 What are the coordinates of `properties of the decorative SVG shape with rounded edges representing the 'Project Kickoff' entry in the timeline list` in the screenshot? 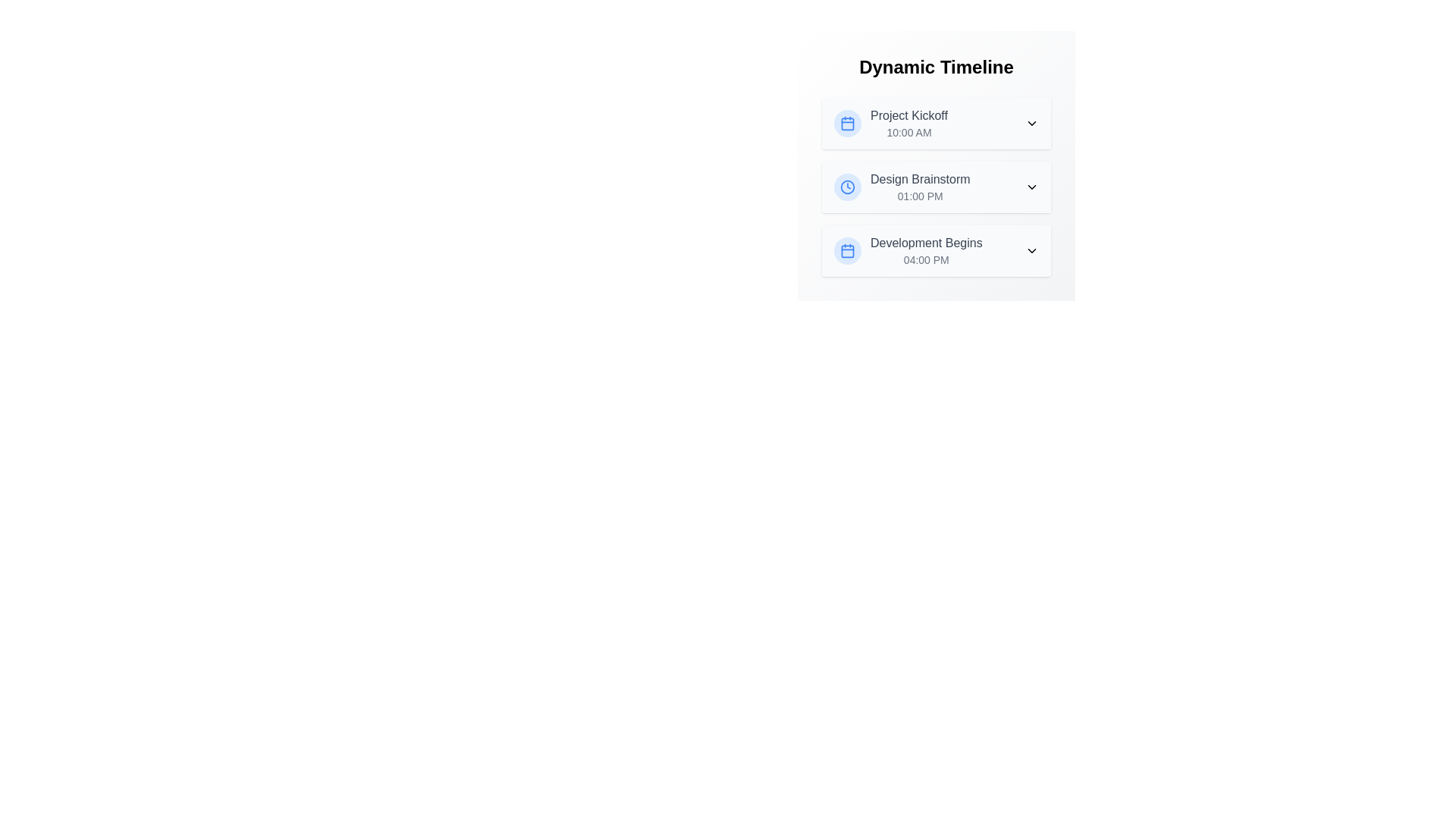 It's located at (847, 122).